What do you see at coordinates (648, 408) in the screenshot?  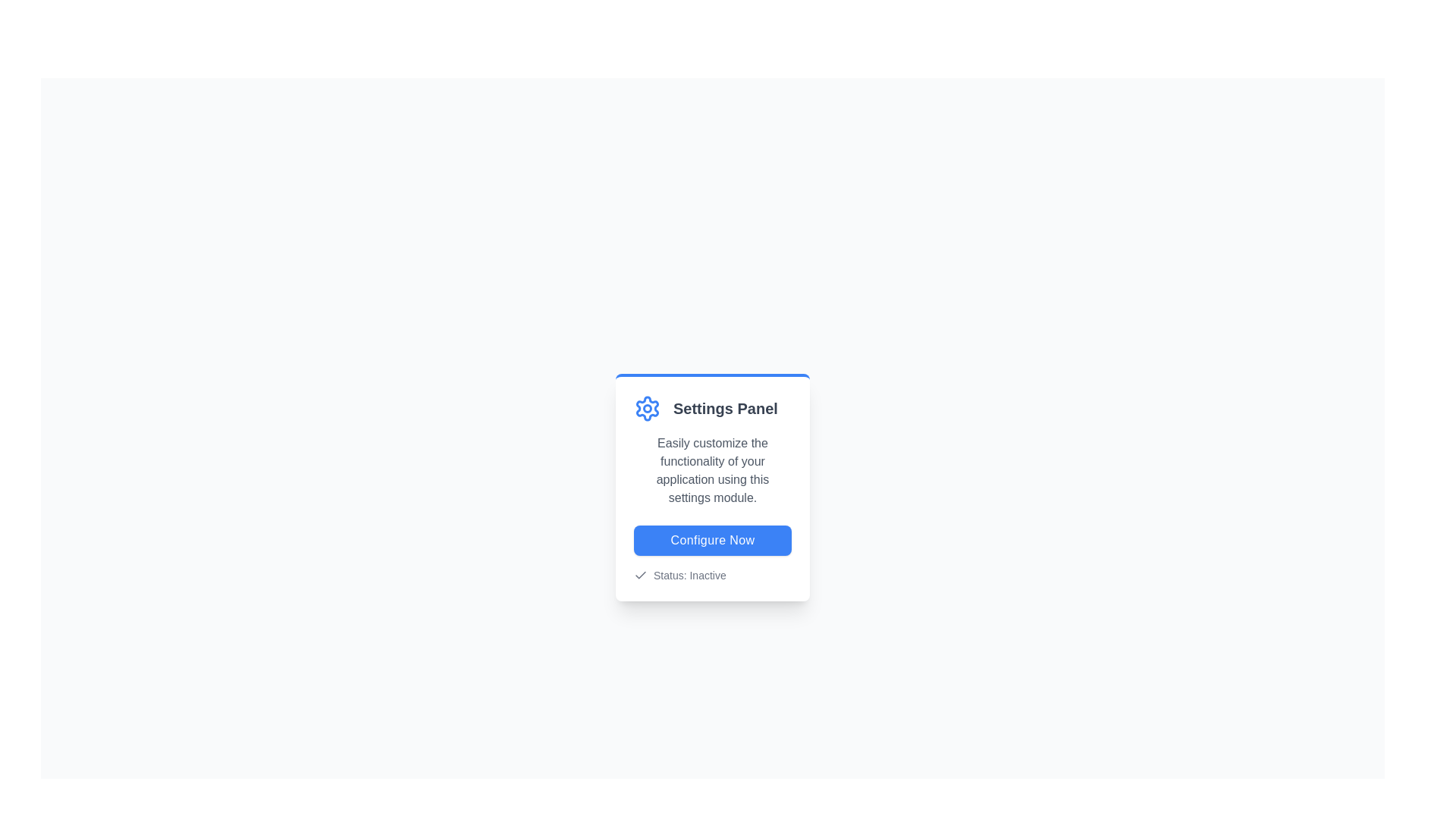 I see `small, blue-filled circle located inside the gear icon, which is part of the central structure of the icon next to the 'Settings Panel' heading` at bounding box center [648, 408].